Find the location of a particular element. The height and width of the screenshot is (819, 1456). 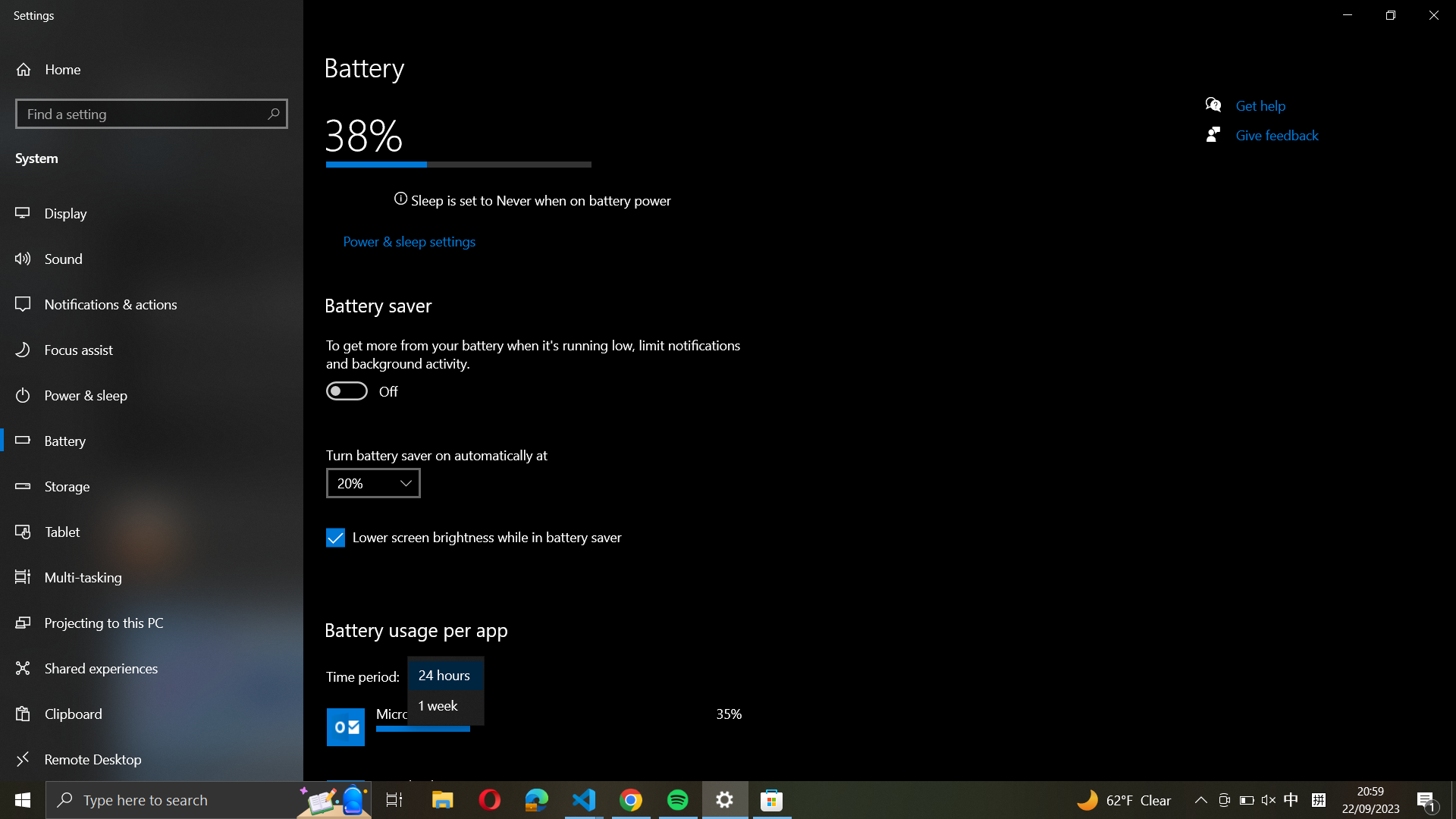

the Sound settings from the left menu is located at coordinates (152, 257).